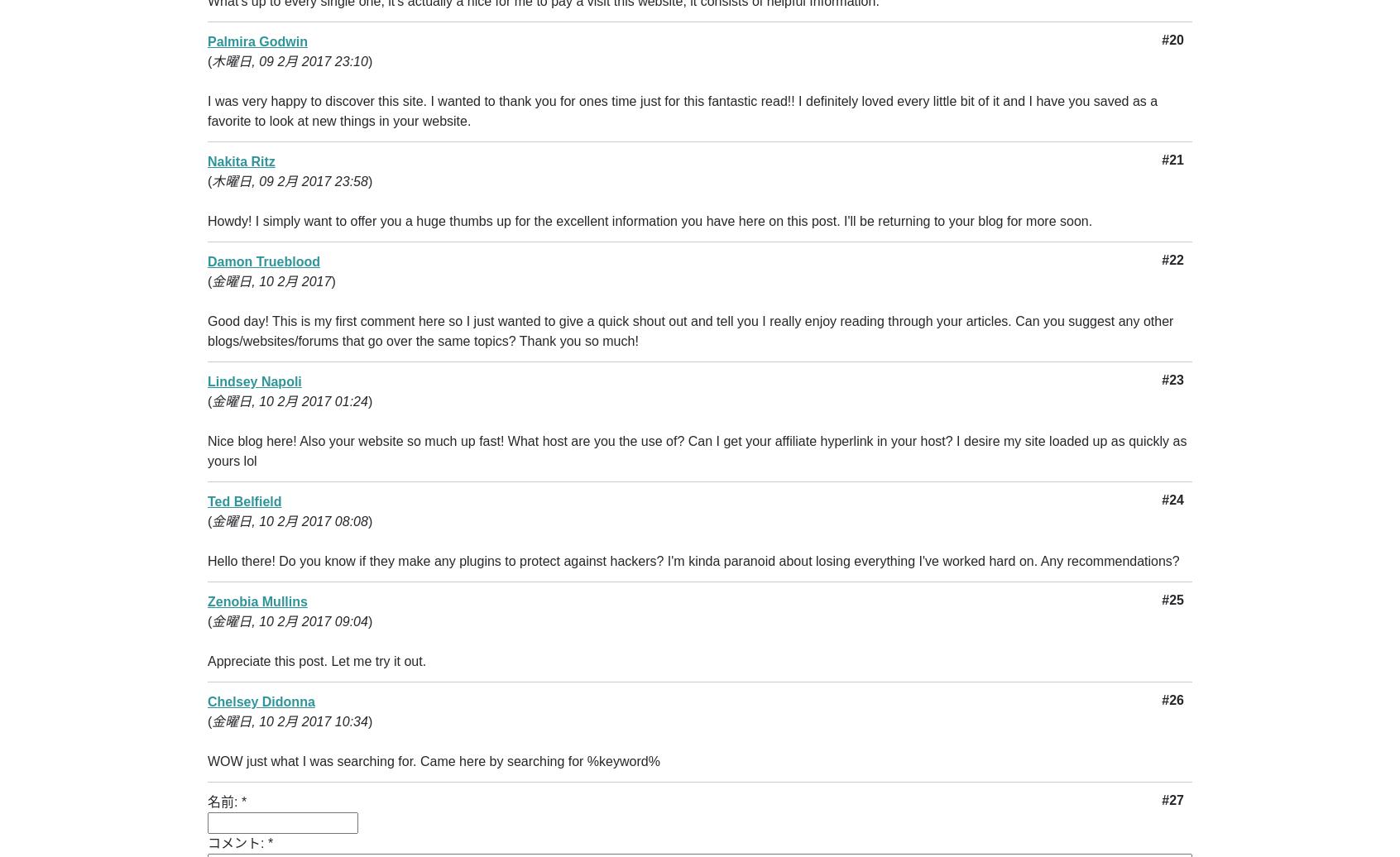 Image resolution: width=1400 pixels, height=857 pixels. Describe the element at coordinates (289, 401) in the screenshot. I see `'金曜日, 10 2月 2017 01:24'` at that location.